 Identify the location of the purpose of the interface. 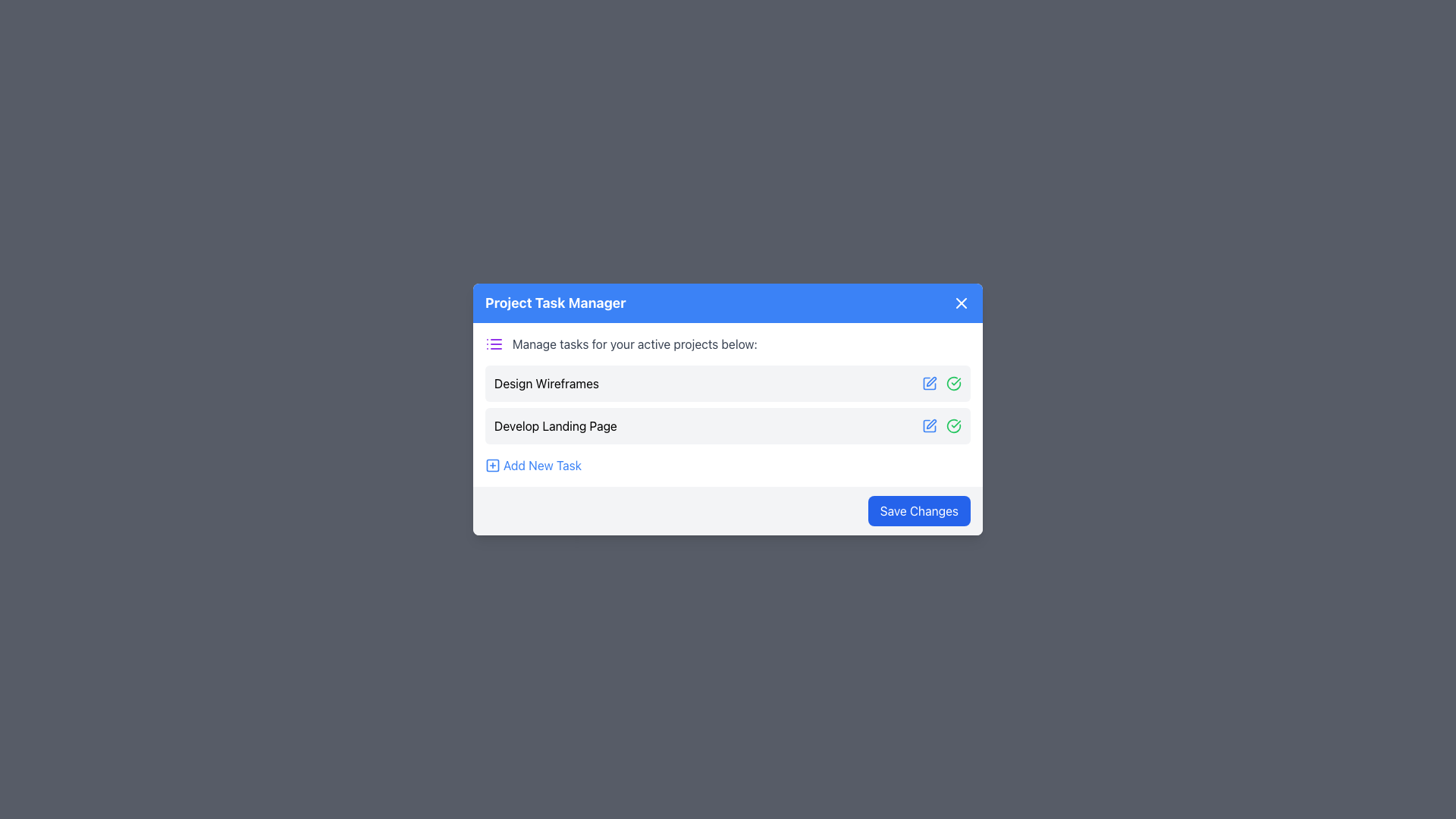
(635, 344).